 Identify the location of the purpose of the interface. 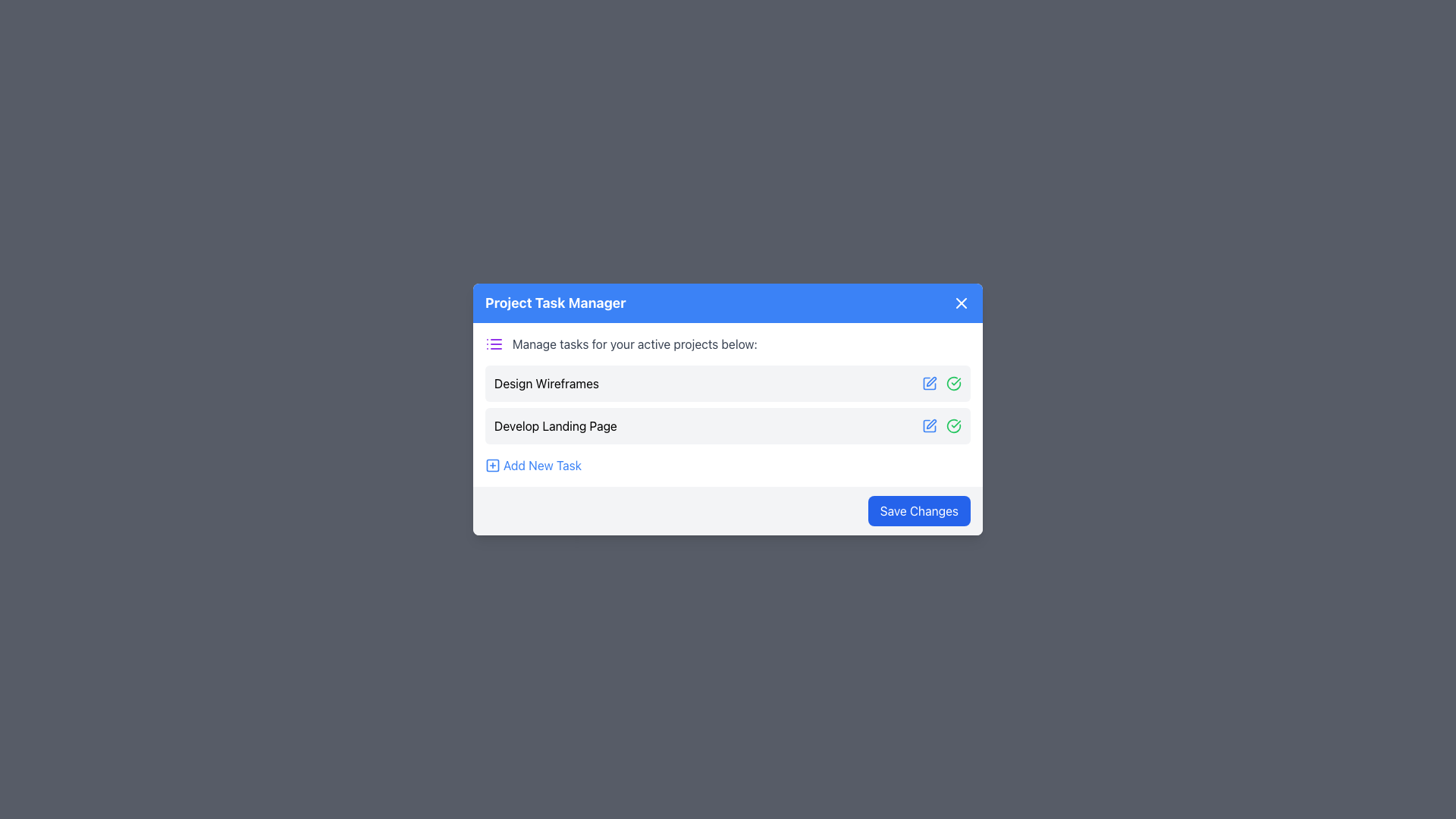
(635, 344).